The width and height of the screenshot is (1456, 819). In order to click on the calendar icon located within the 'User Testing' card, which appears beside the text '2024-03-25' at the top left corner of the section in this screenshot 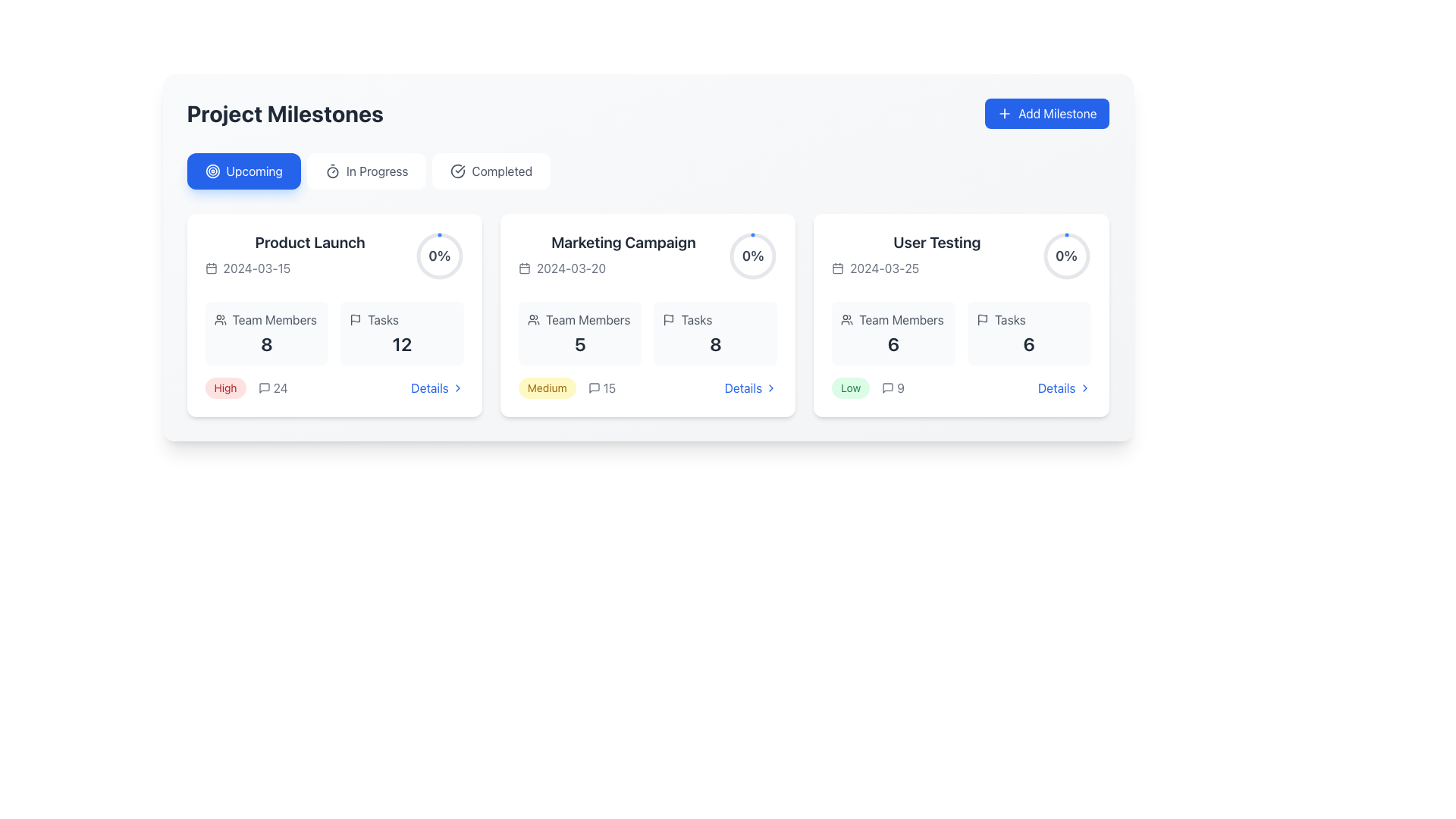, I will do `click(837, 268)`.